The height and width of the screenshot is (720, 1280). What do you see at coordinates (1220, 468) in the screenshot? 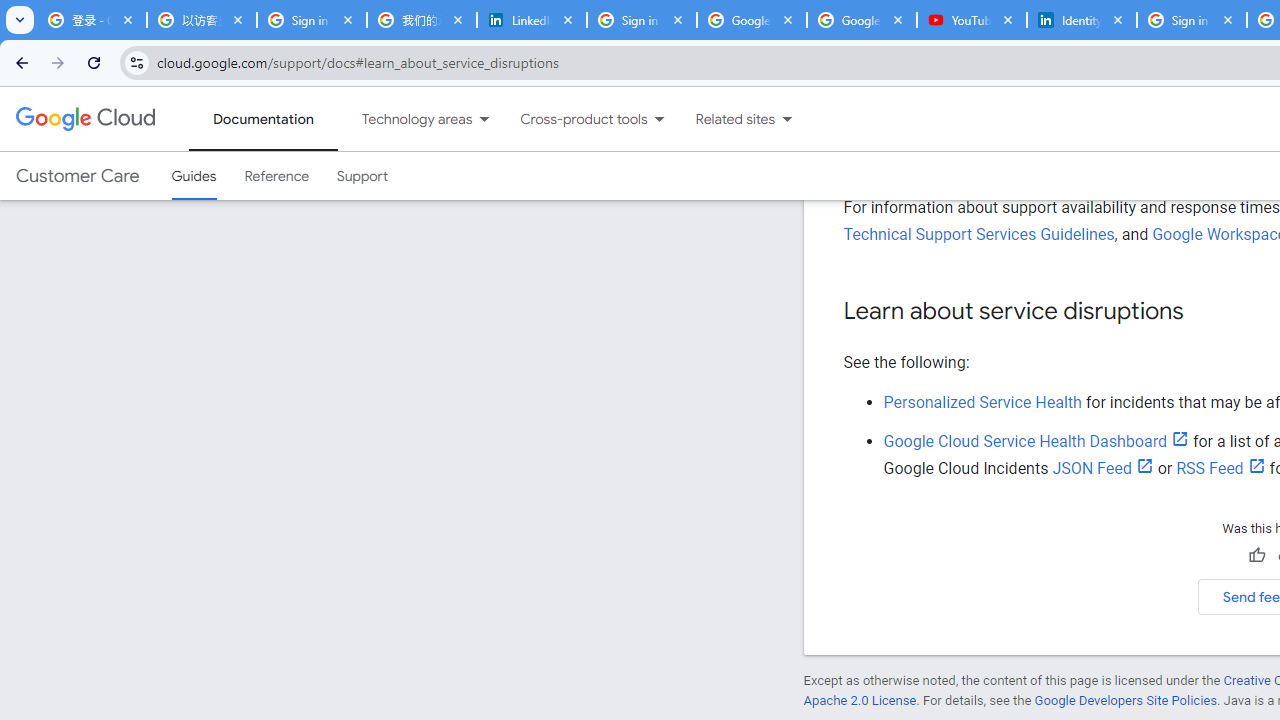
I see `'RSS Feed'` at bounding box center [1220, 468].